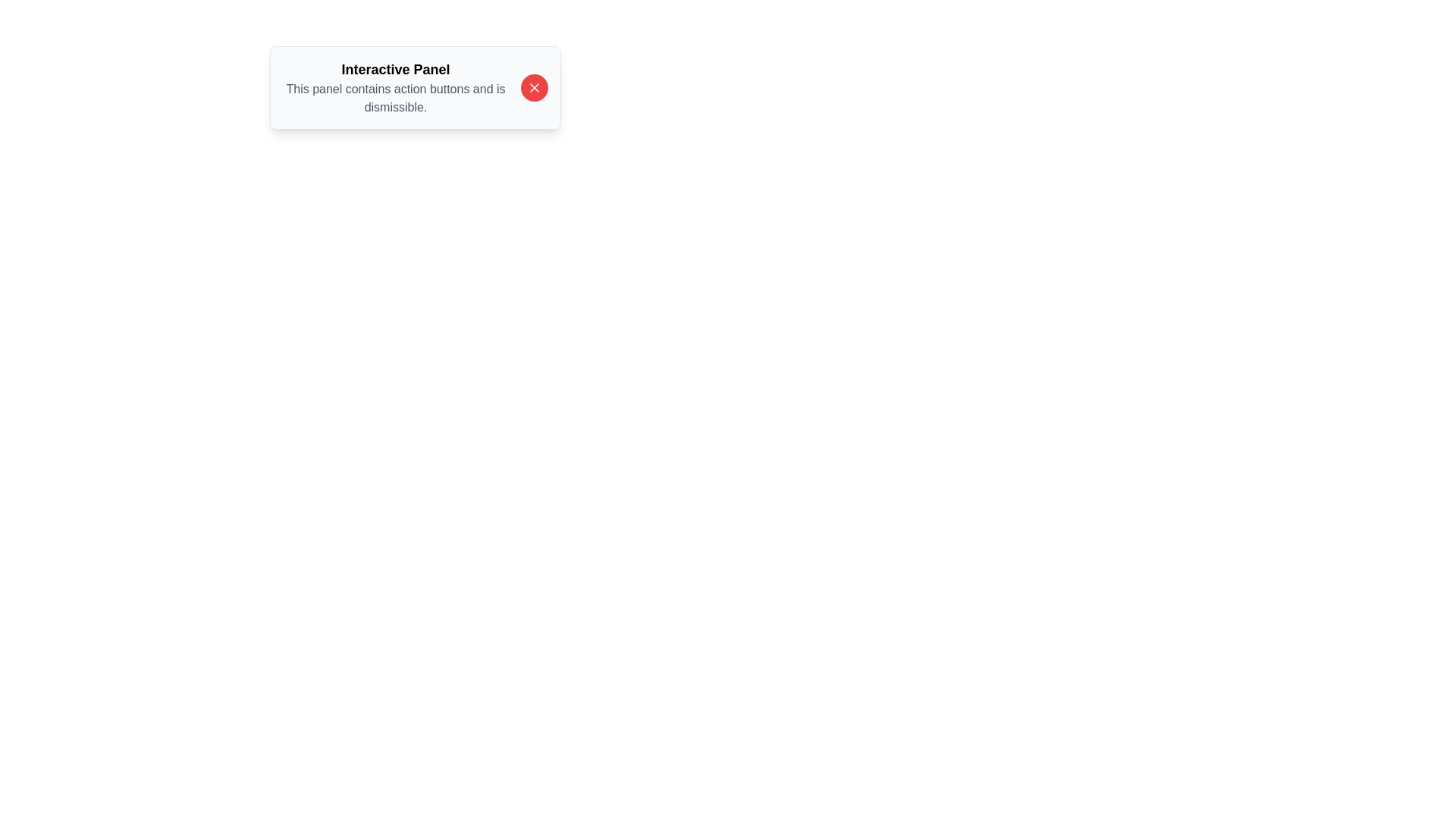 Image resolution: width=1456 pixels, height=819 pixels. Describe the element at coordinates (535, 87) in the screenshot. I see `the circular red button icon located in the upper-right corner of the interactive panel` at that location.